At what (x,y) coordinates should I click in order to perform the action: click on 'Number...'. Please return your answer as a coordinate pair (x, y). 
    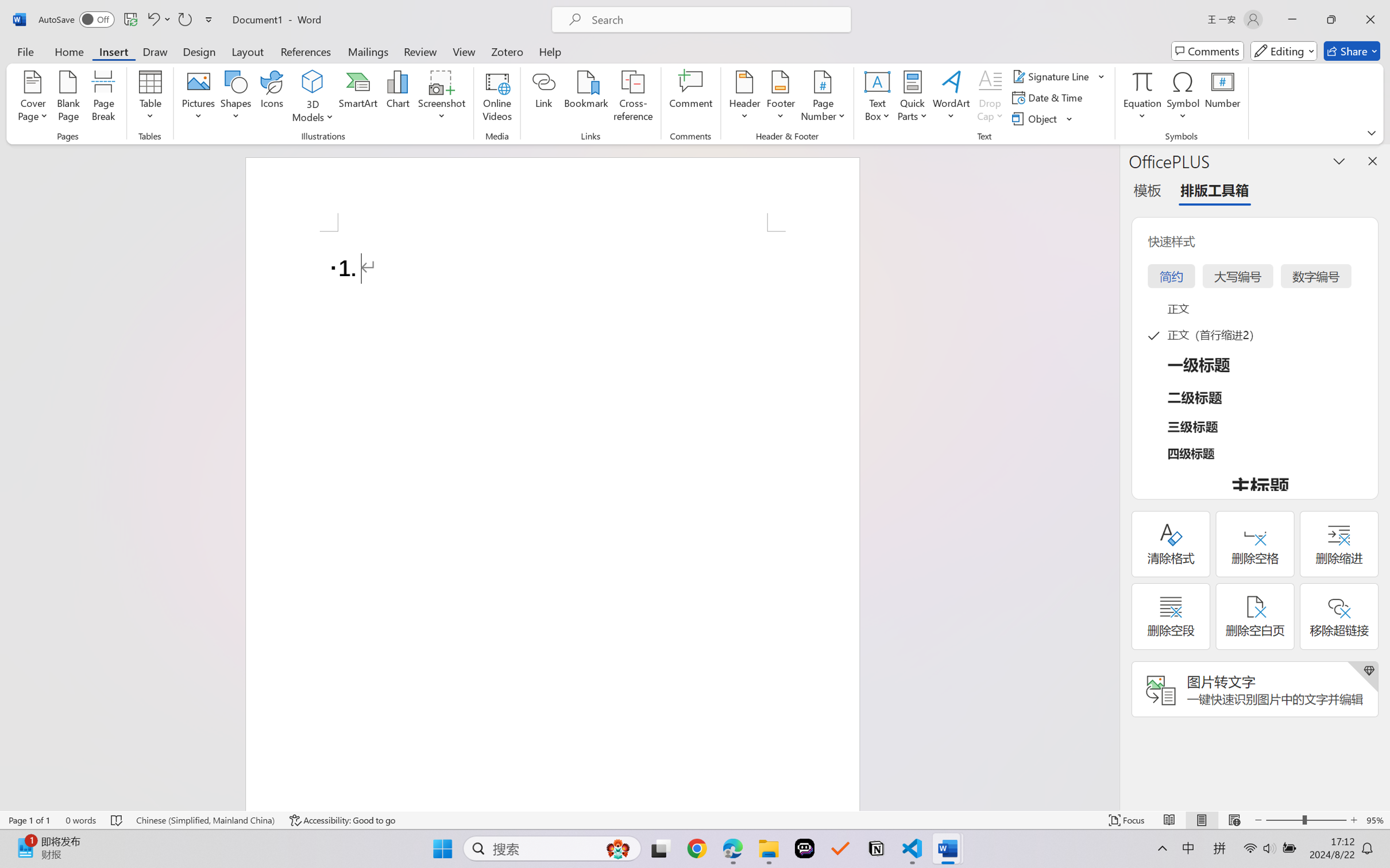
    Looking at the image, I should click on (1223, 98).